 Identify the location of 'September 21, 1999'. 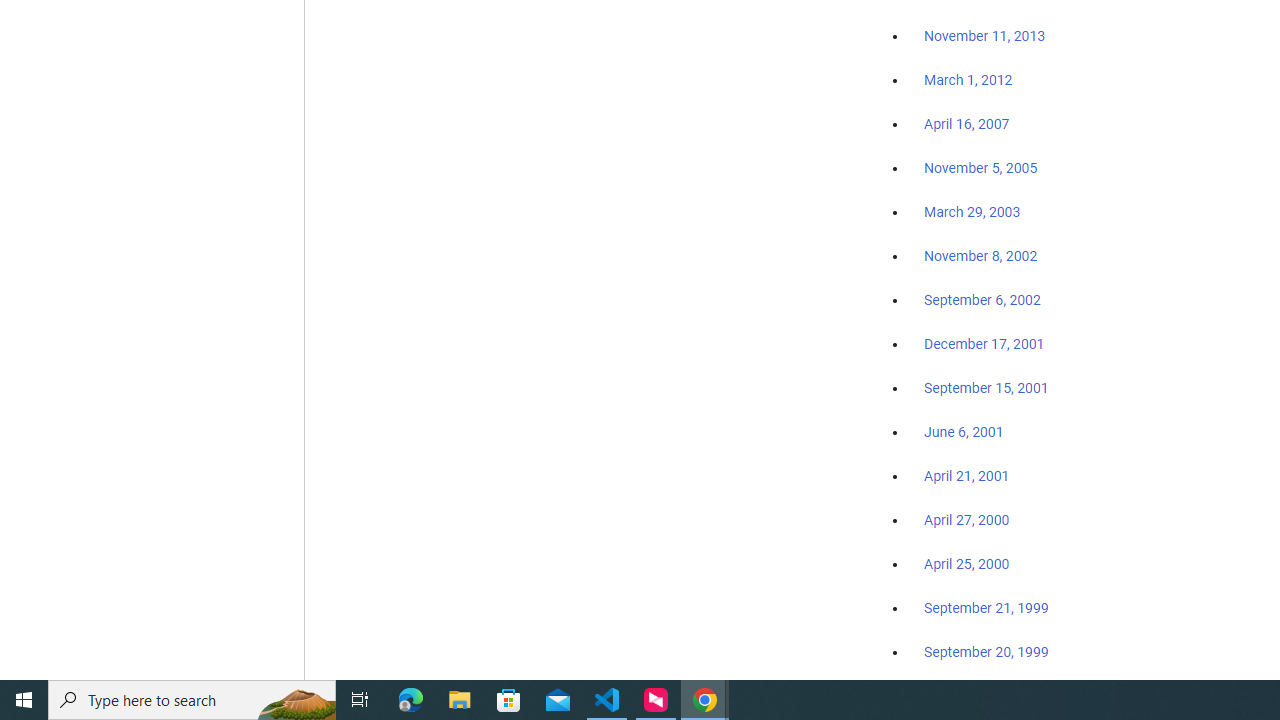
(986, 607).